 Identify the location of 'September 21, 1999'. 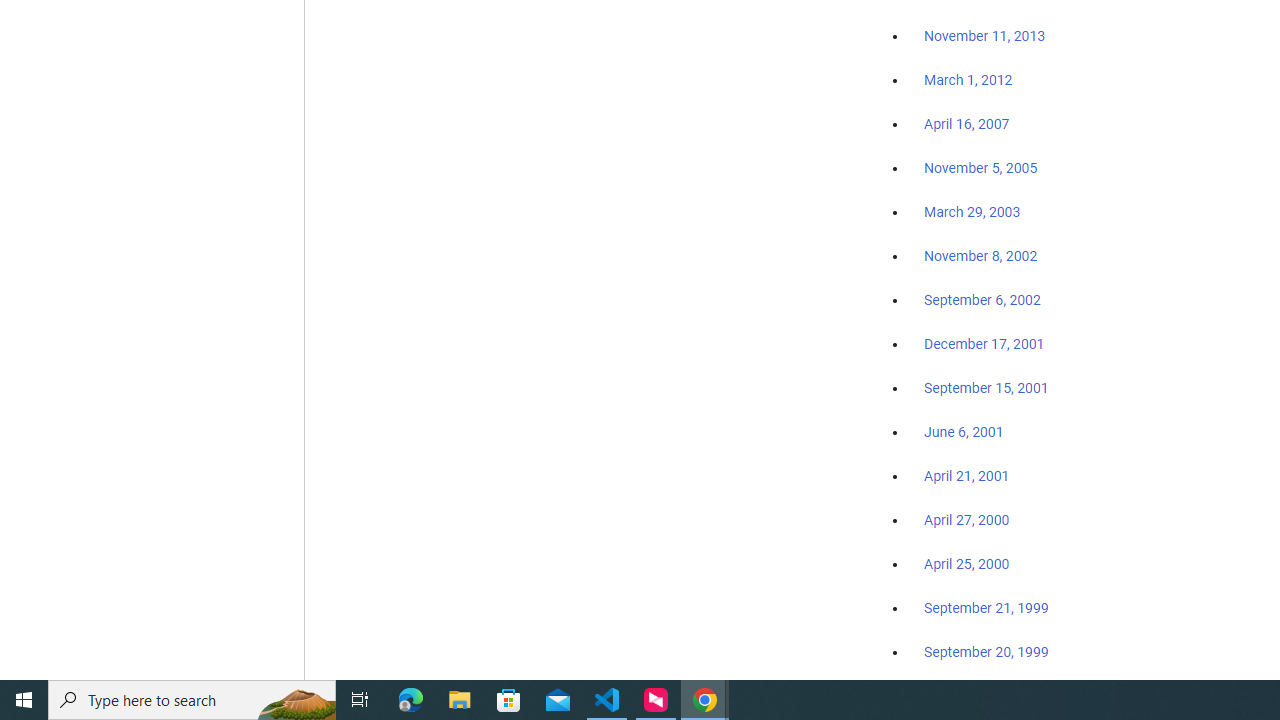
(986, 607).